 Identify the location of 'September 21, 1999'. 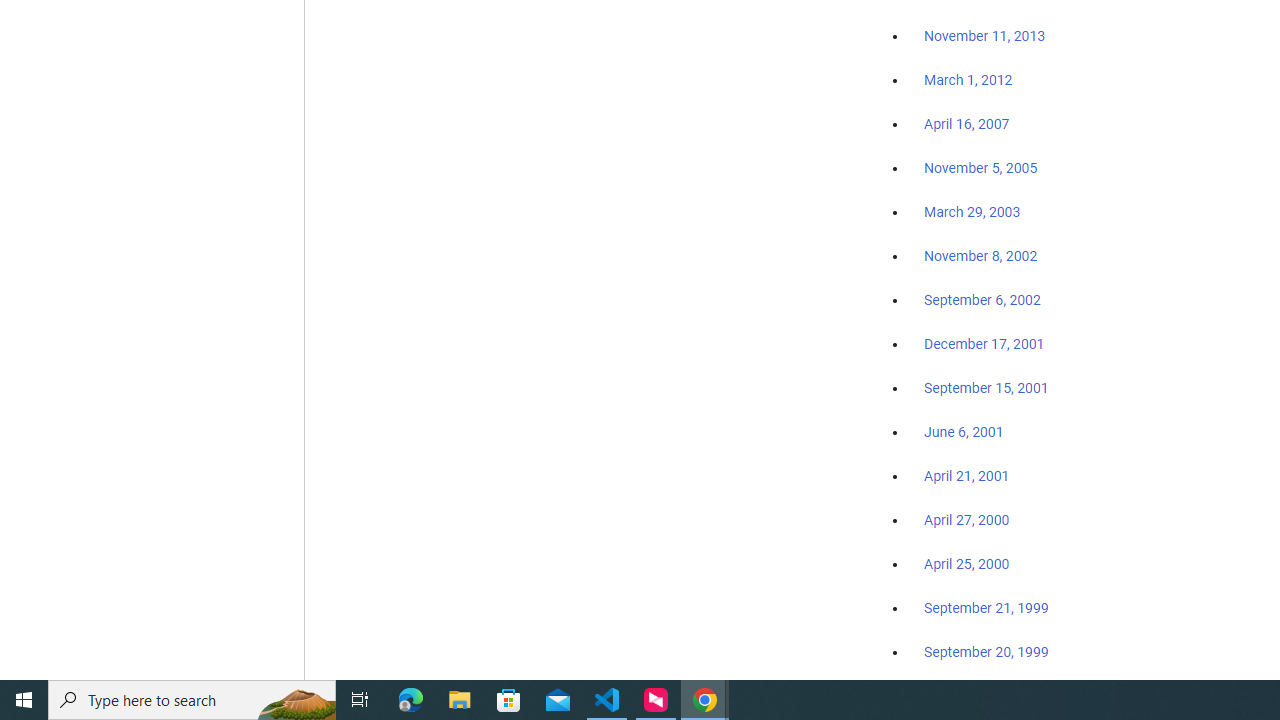
(986, 607).